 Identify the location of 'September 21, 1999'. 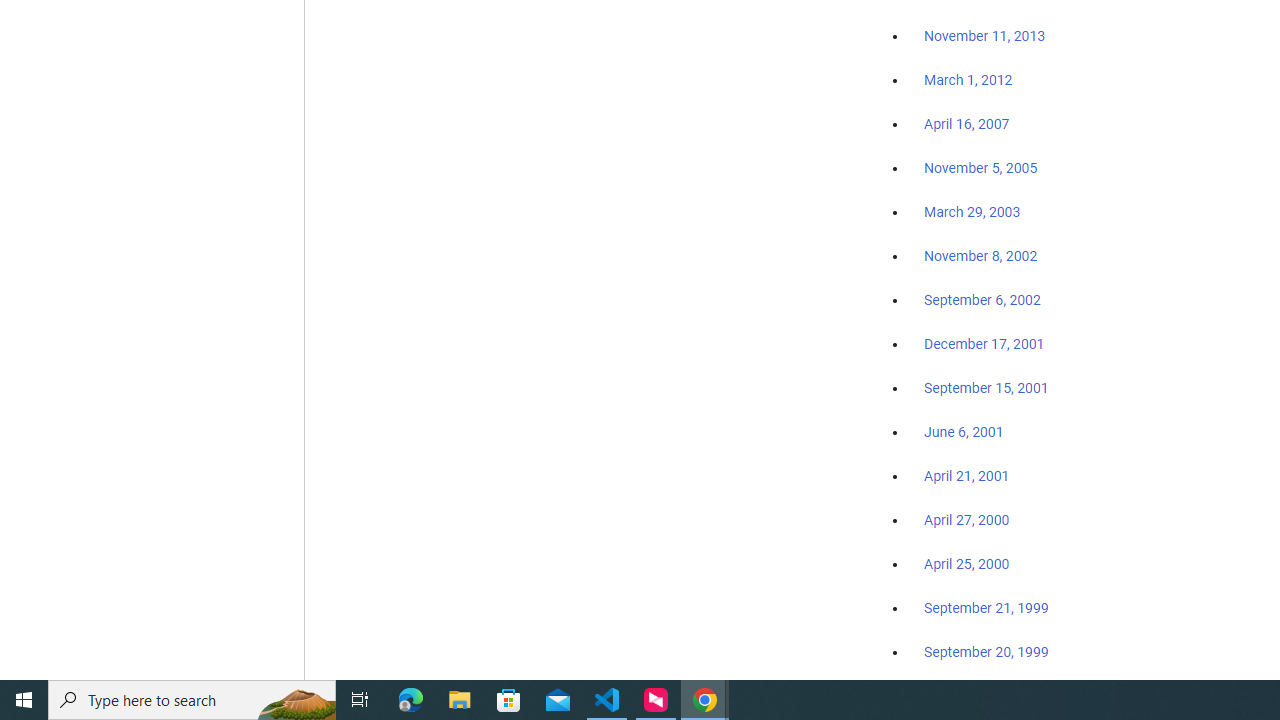
(986, 607).